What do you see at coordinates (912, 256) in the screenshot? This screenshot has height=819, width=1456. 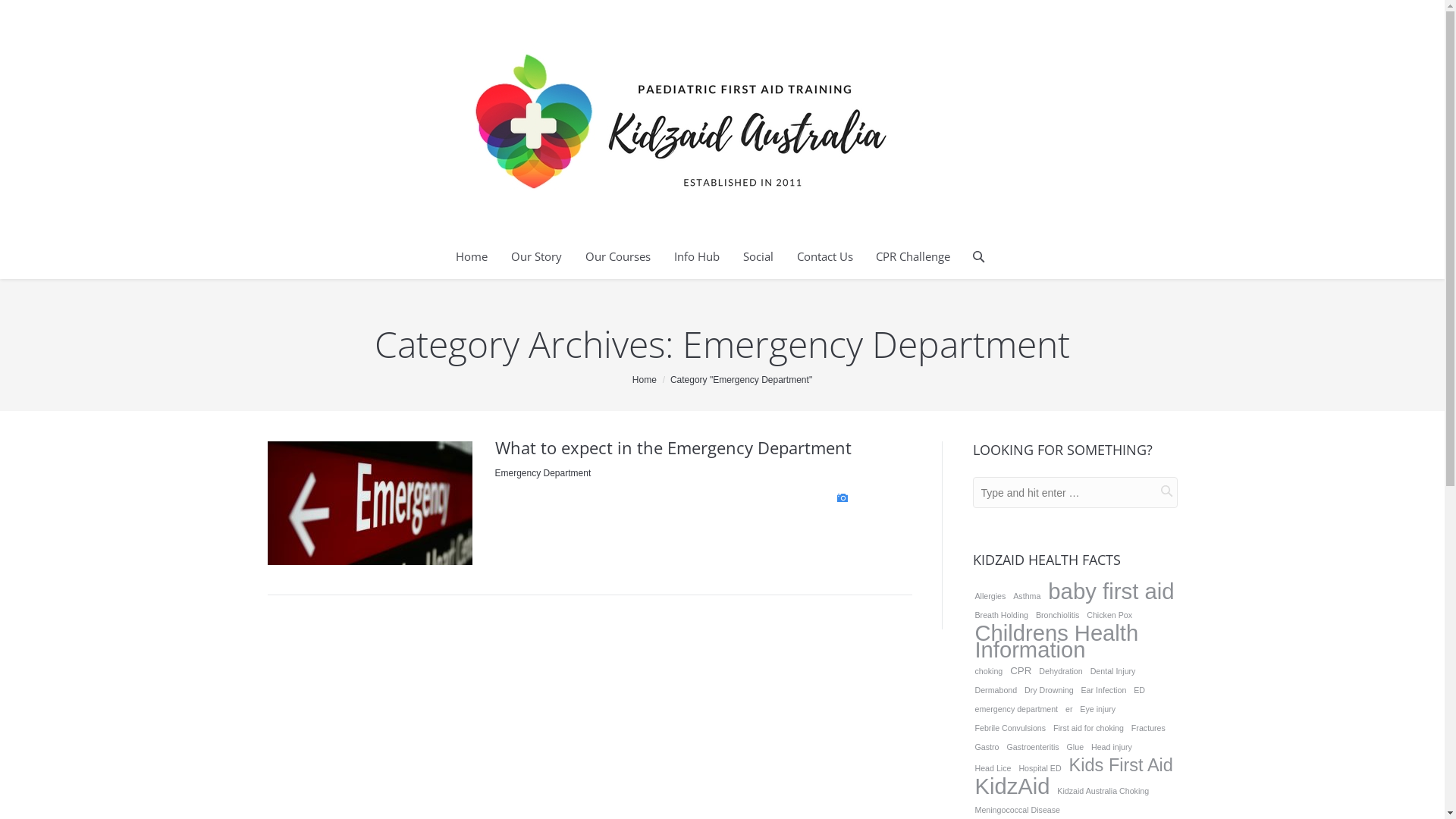 I see `'CPR Challenge'` at bounding box center [912, 256].